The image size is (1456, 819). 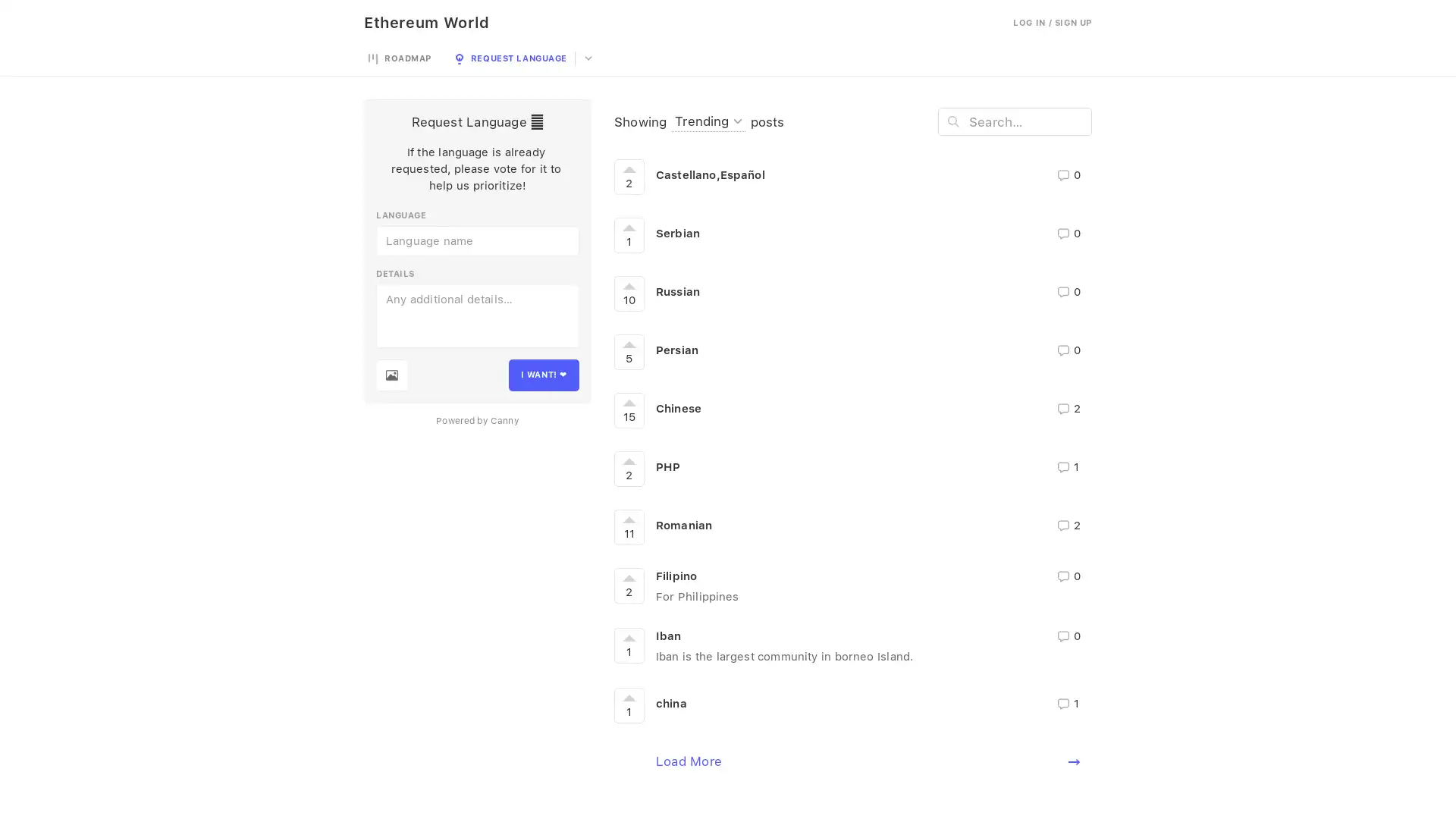 What do you see at coordinates (543, 375) in the screenshot?
I see `I WANT!` at bounding box center [543, 375].